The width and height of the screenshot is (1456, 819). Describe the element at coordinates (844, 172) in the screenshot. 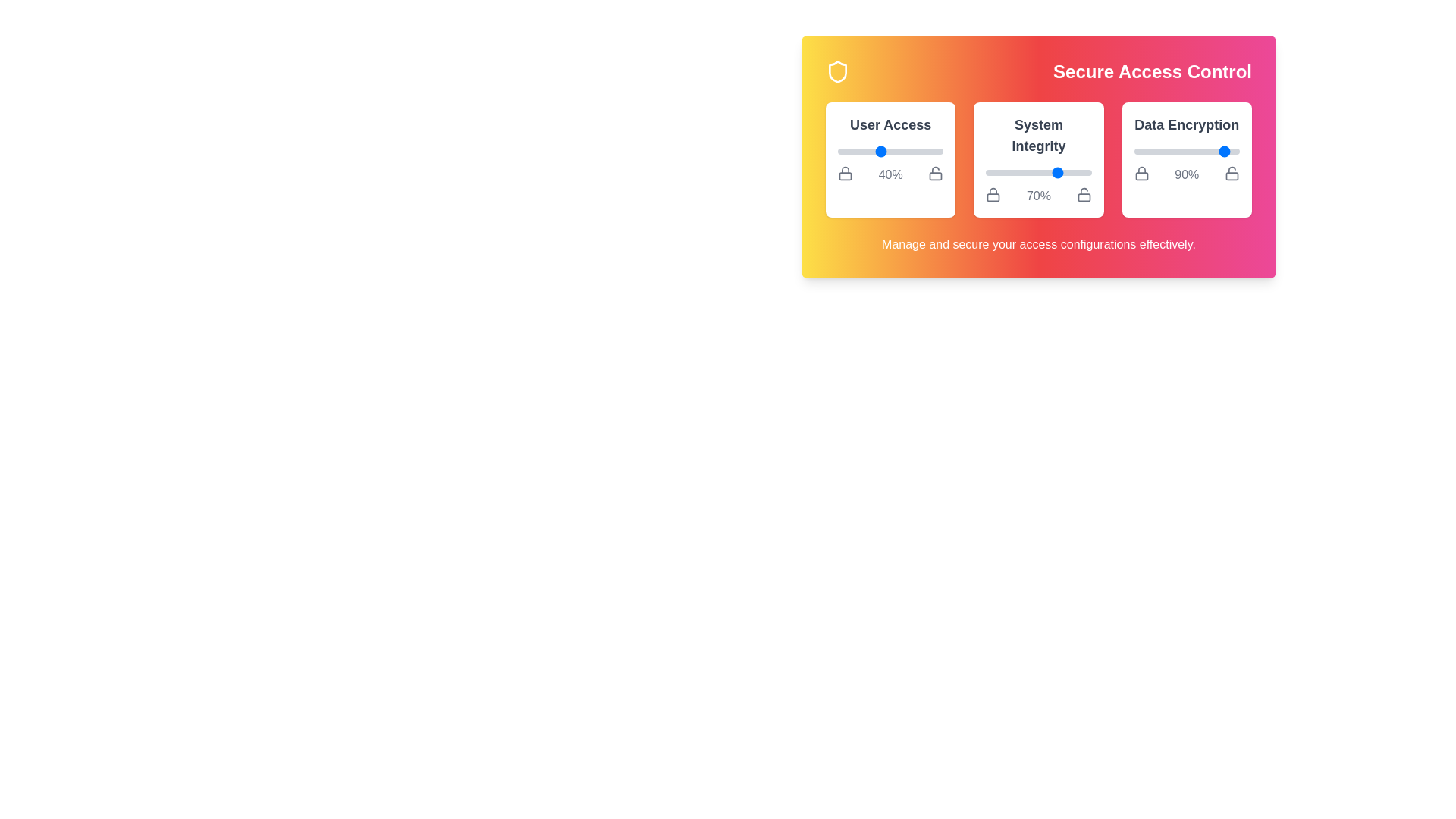

I see `the Lock icon to observe its interaction` at that location.